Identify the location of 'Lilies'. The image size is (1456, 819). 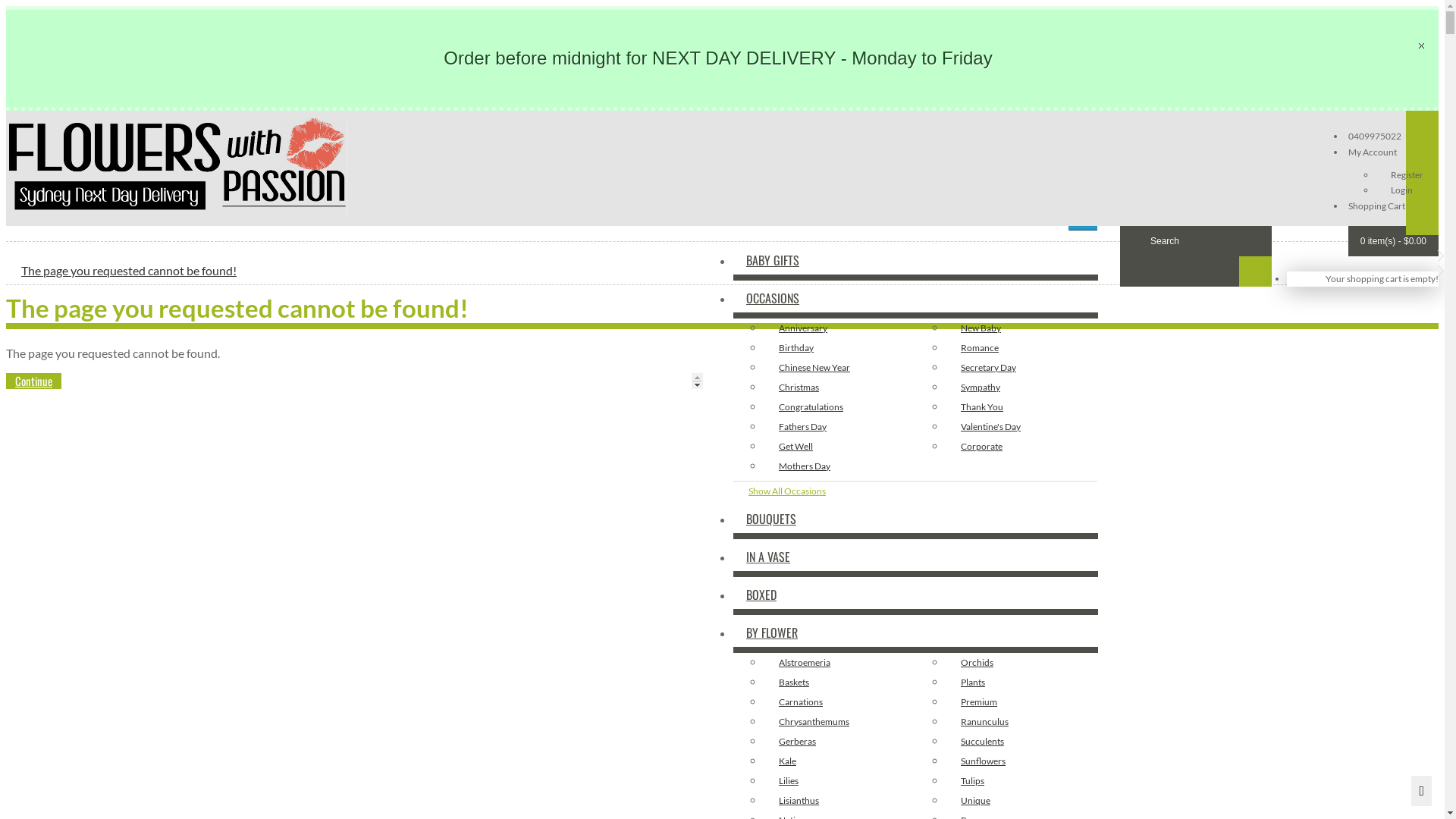
(839, 780).